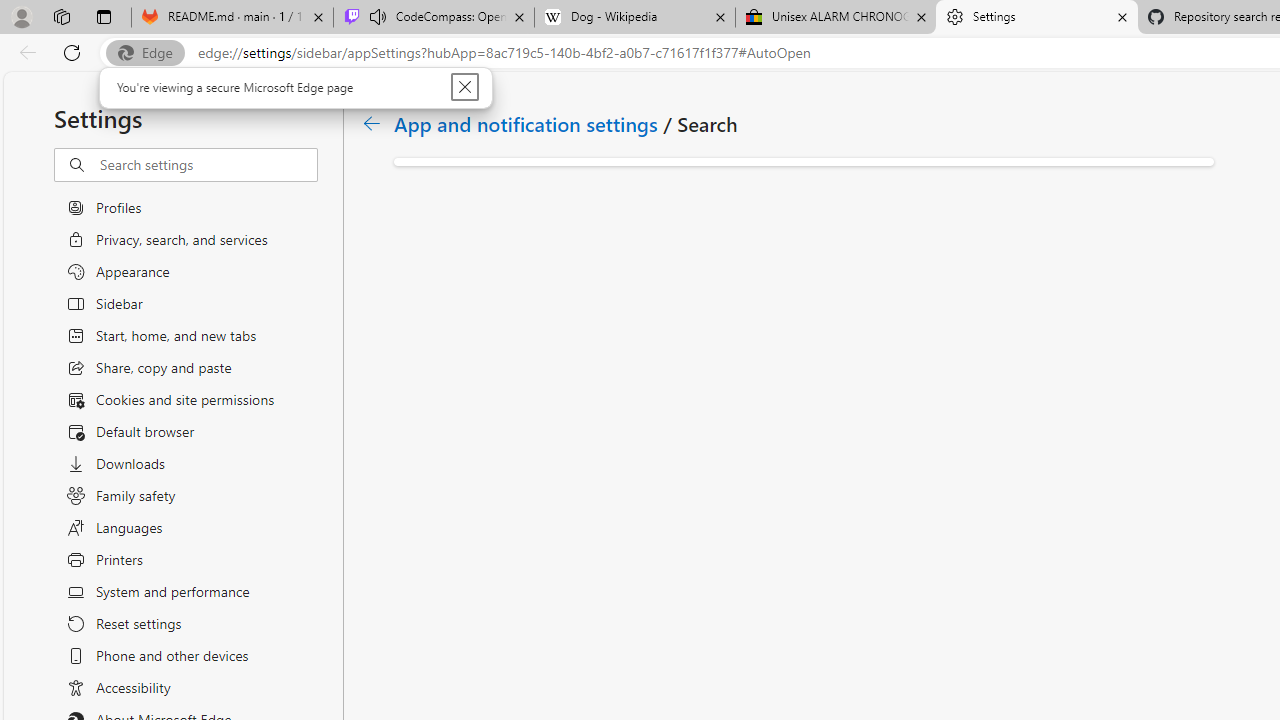 This screenshot has height=720, width=1280. Describe the element at coordinates (378, 16) in the screenshot. I see `'Mute tab'` at that location.